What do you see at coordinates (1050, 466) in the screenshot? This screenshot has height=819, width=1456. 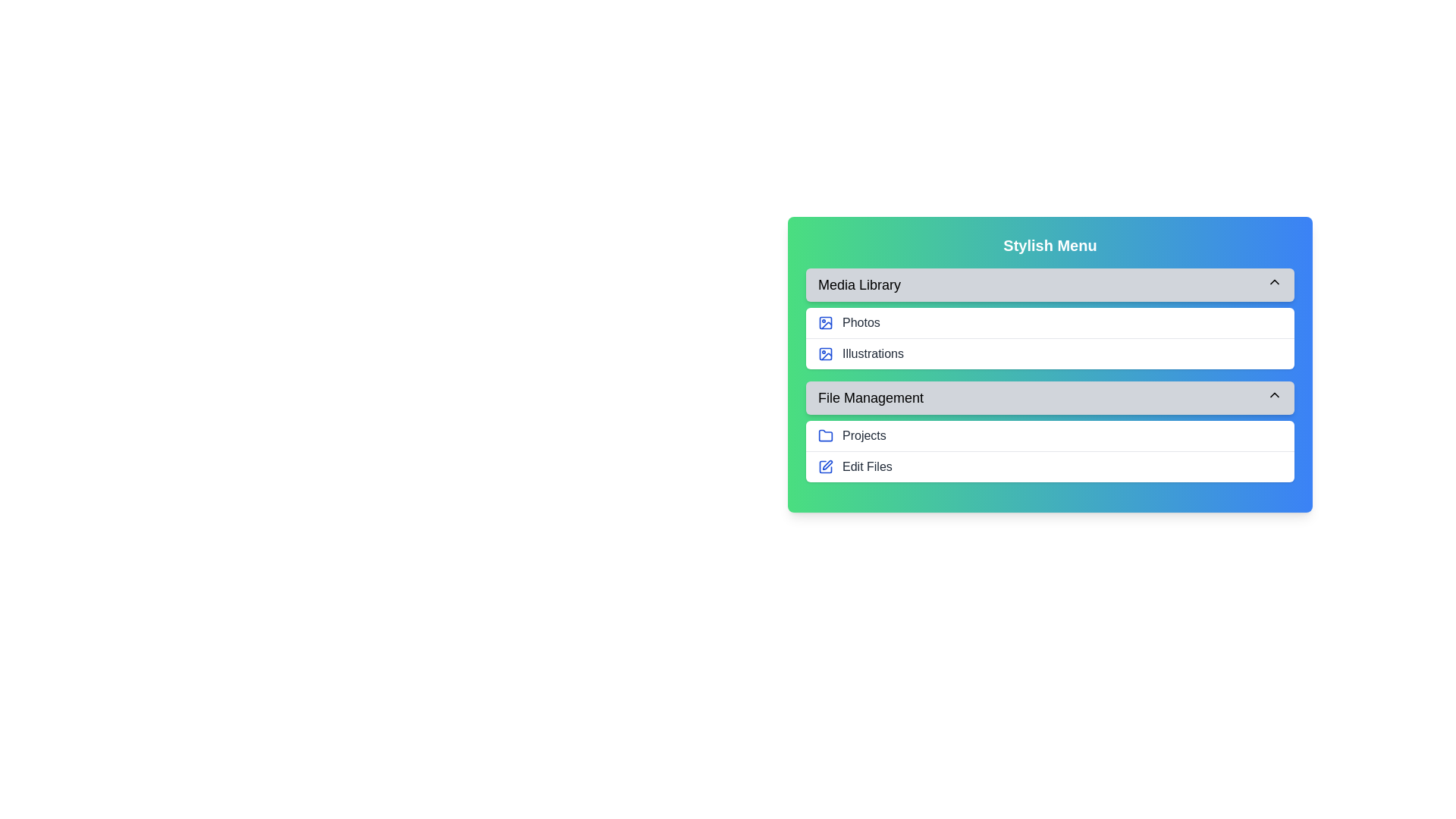 I see `the 'Edit Files' menu item, which is the second item in the 'File Management' section` at bounding box center [1050, 466].